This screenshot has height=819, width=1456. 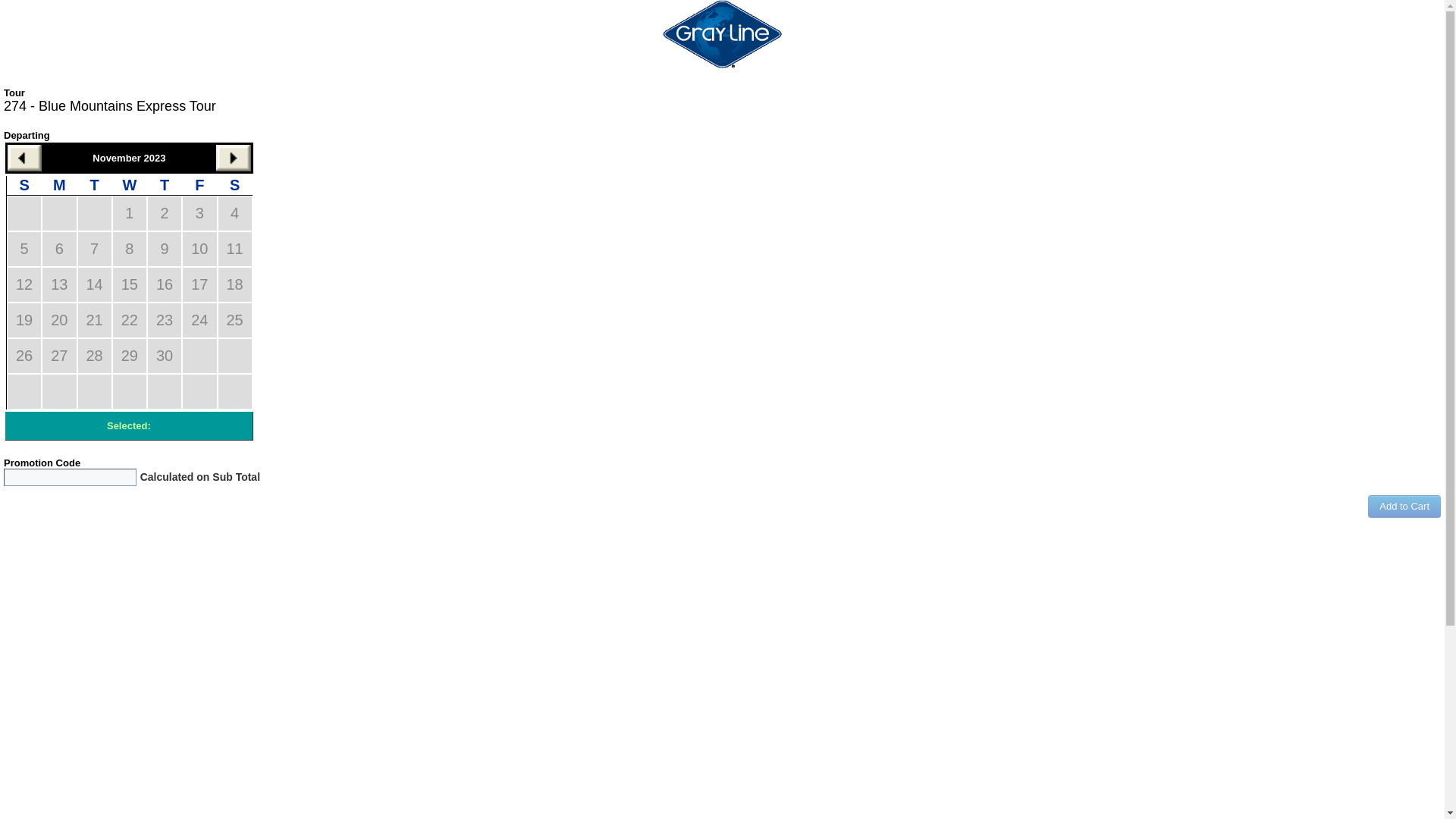 I want to click on 'Add to Cart', so click(x=1404, y=506).